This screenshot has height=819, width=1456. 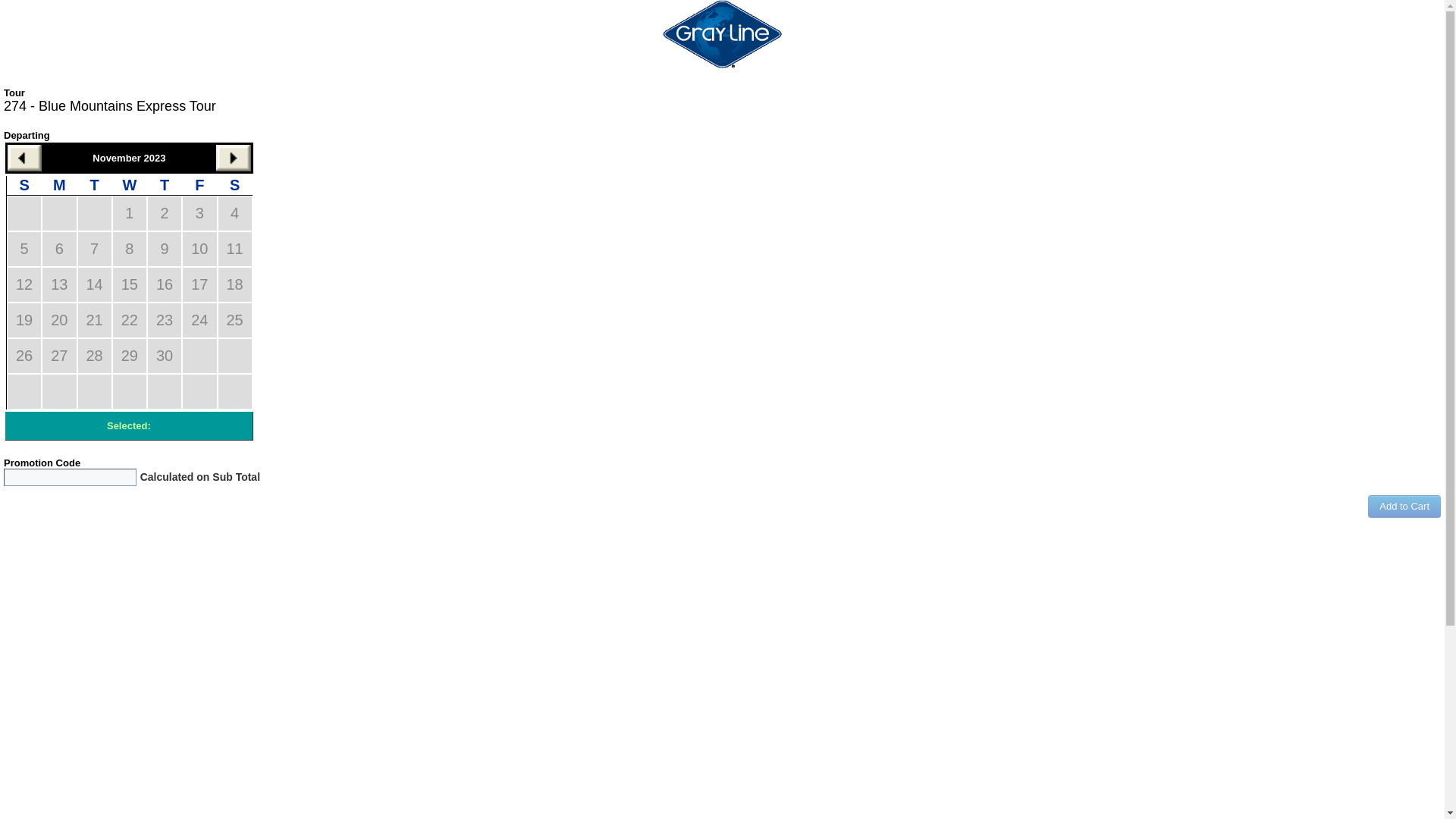 I want to click on 'Add to Cart', so click(x=1404, y=506).